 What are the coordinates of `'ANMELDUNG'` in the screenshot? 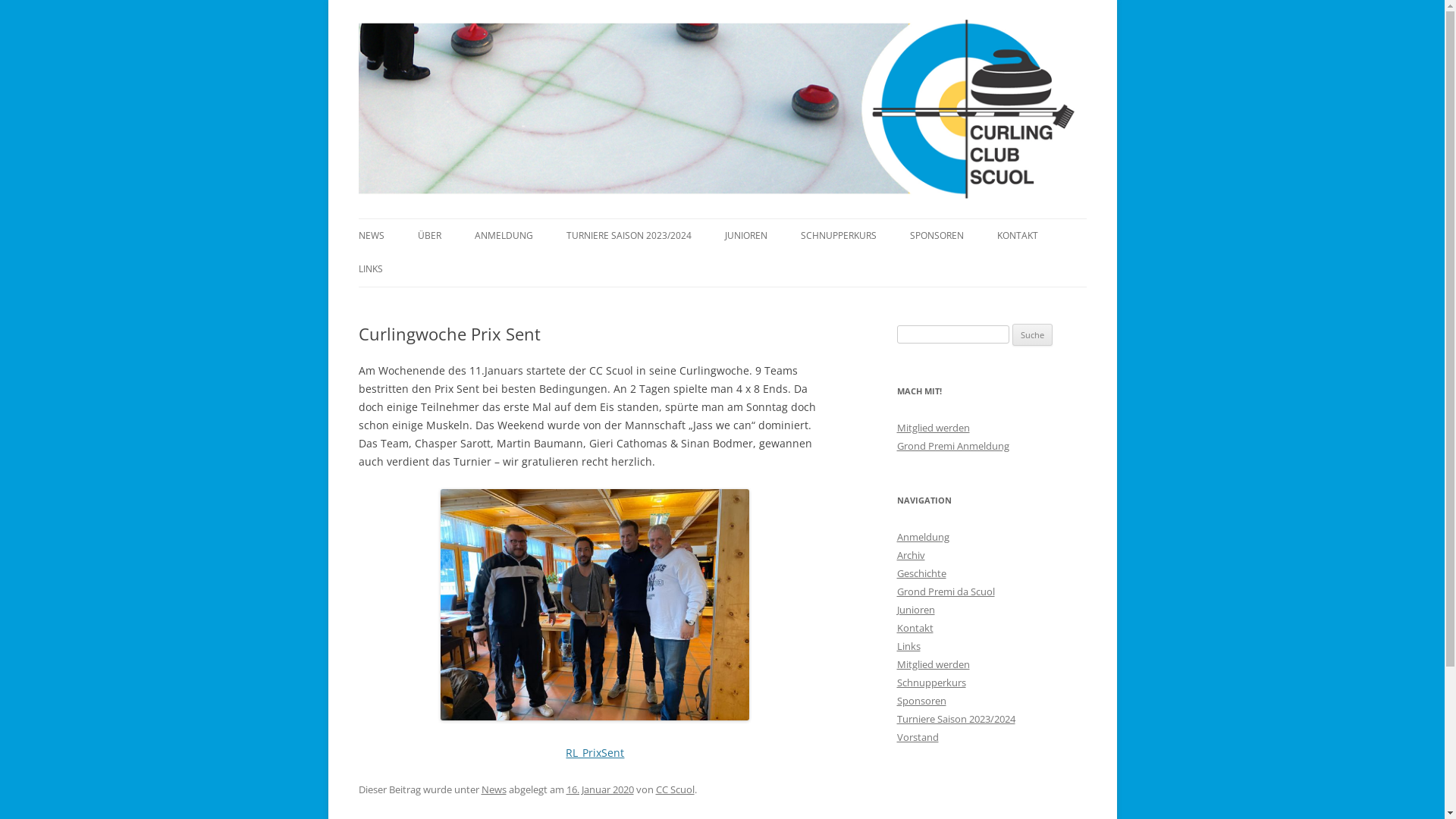 It's located at (504, 236).